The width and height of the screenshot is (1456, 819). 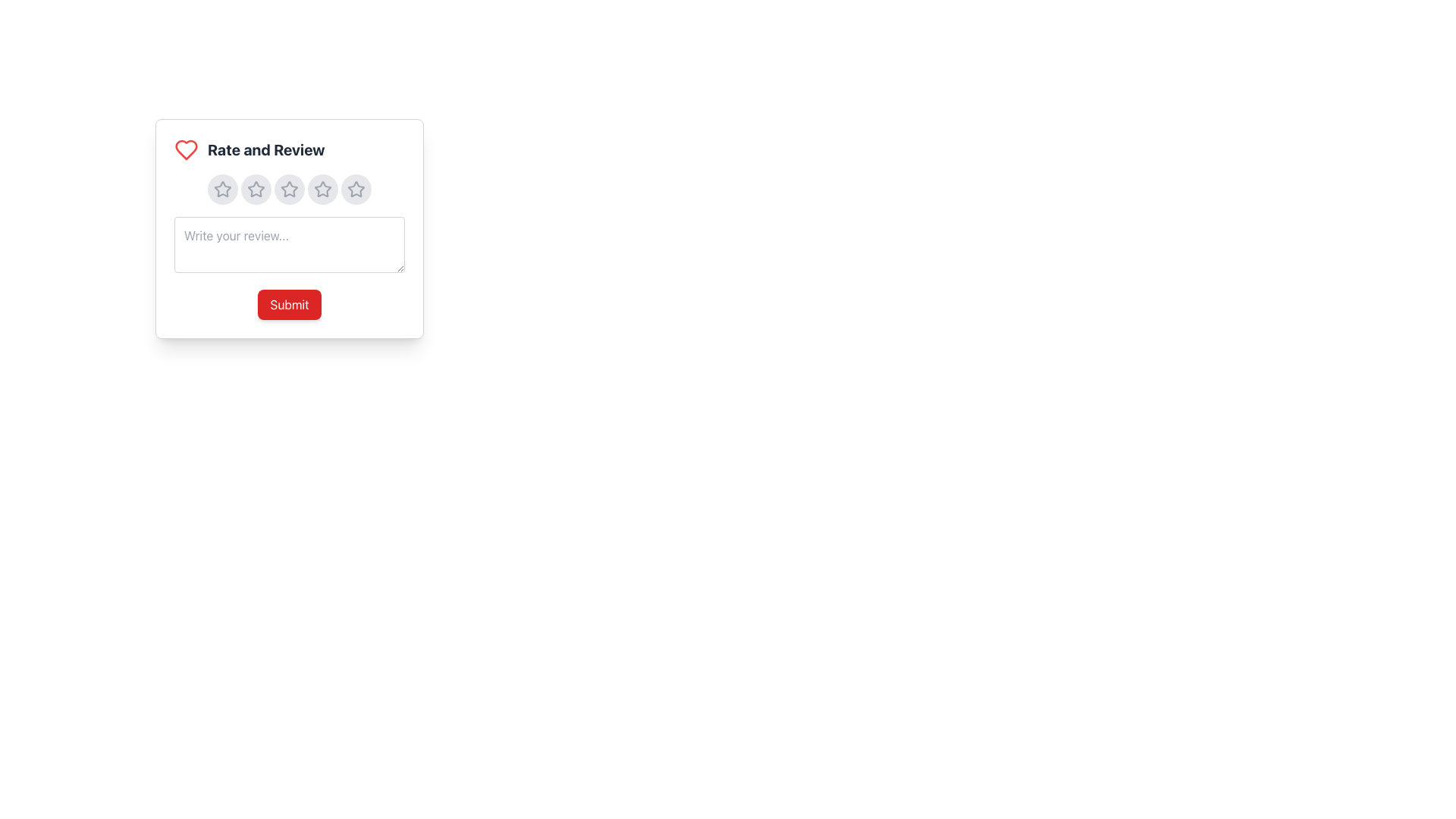 What do you see at coordinates (355, 188) in the screenshot?
I see `the fifth star icon in the row of five stars` at bounding box center [355, 188].